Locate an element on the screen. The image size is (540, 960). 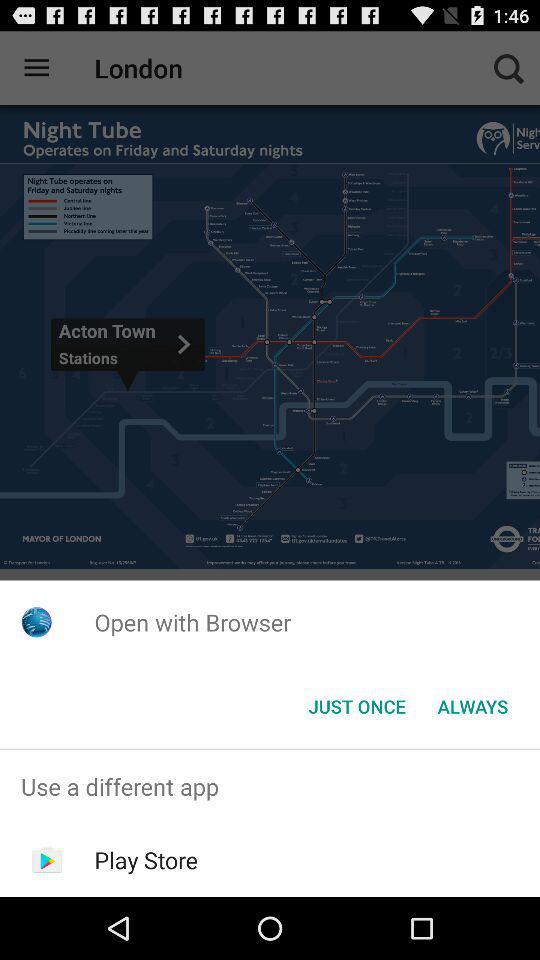
the just once item is located at coordinates (356, 706).